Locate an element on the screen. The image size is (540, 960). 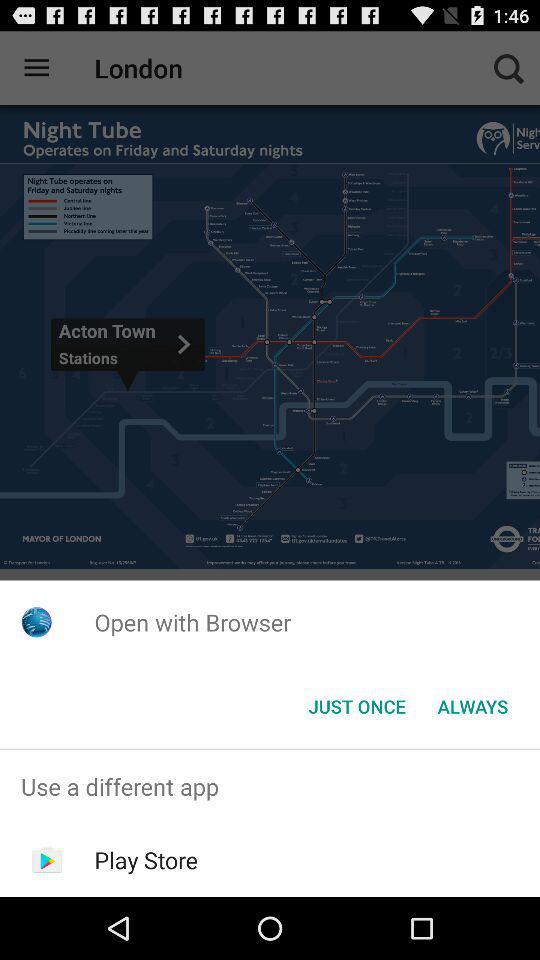
the just once item is located at coordinates (356, 706).